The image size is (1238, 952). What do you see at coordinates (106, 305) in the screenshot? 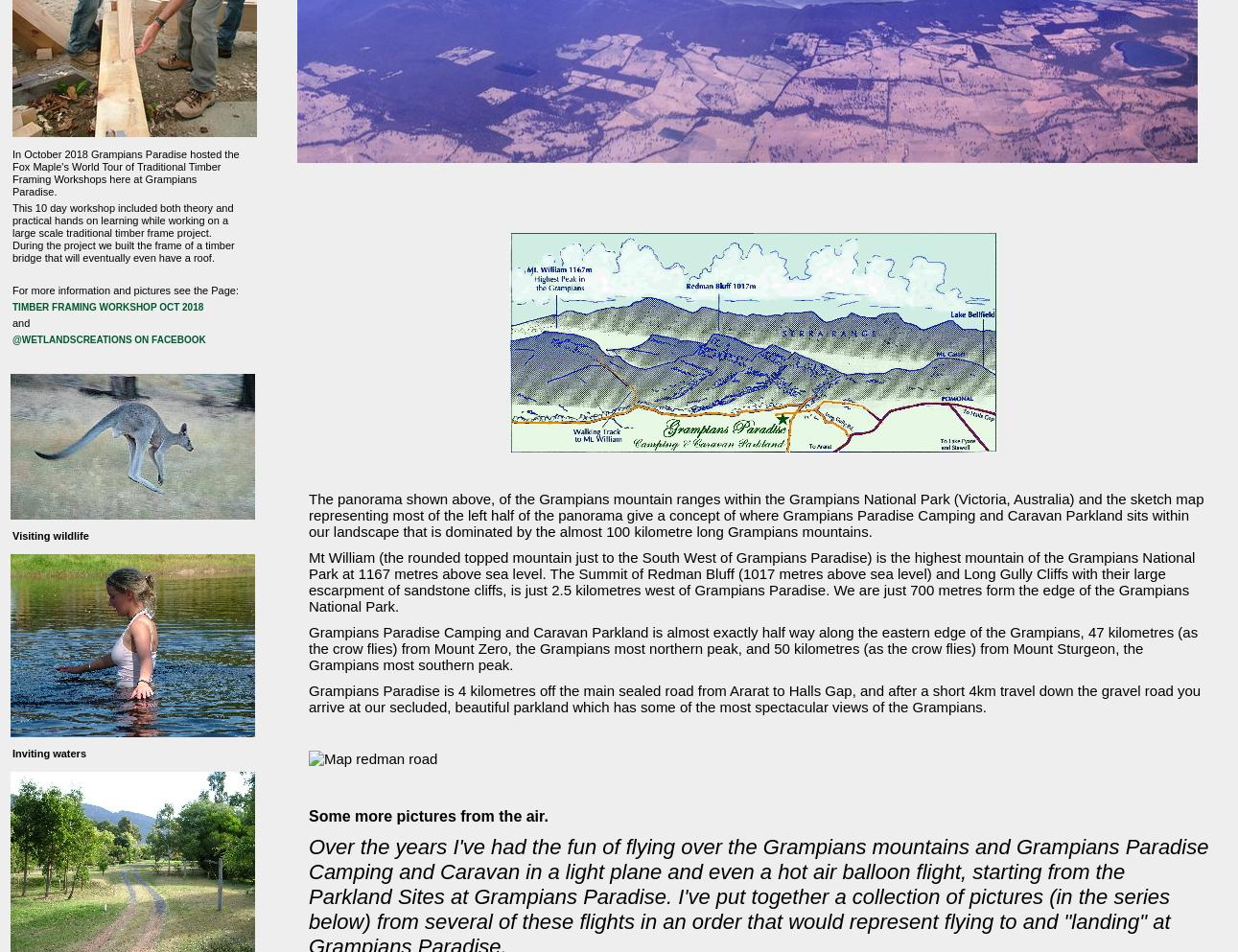
I see `'Timber Framing Workshop Oct 2018'` at bounding box center [106, 305].